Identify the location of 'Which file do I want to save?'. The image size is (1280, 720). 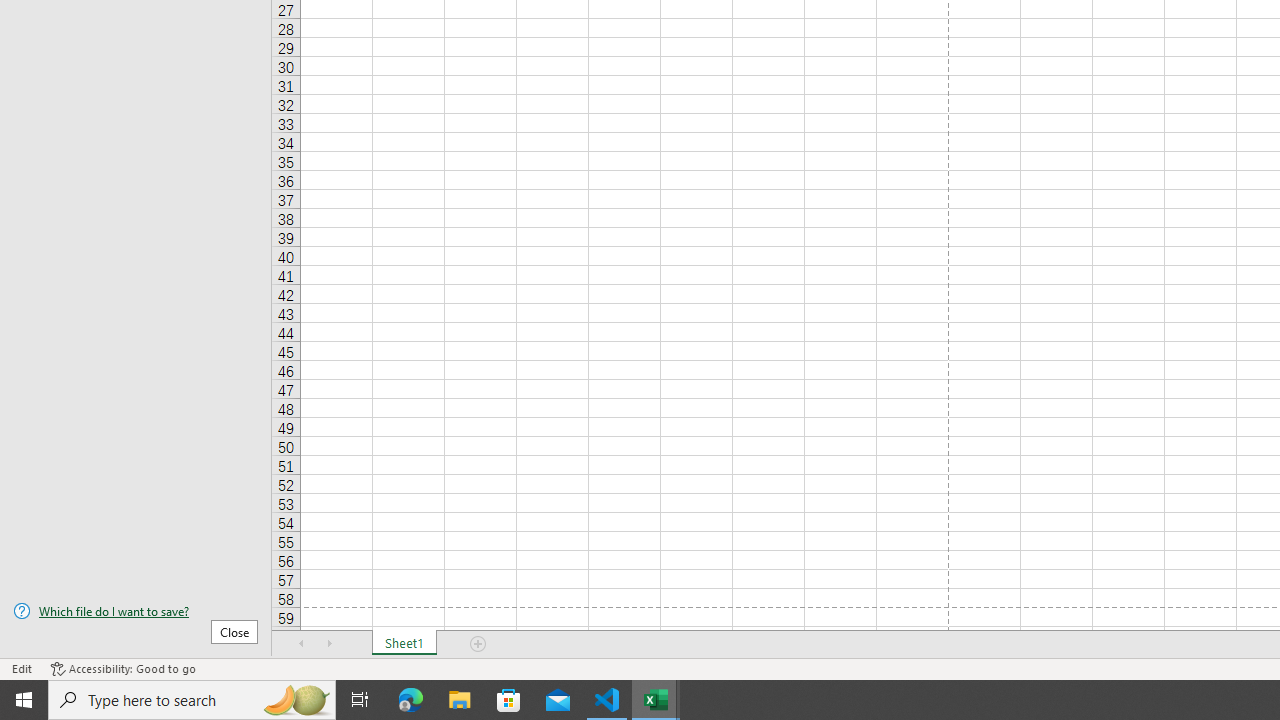
(135, 610).